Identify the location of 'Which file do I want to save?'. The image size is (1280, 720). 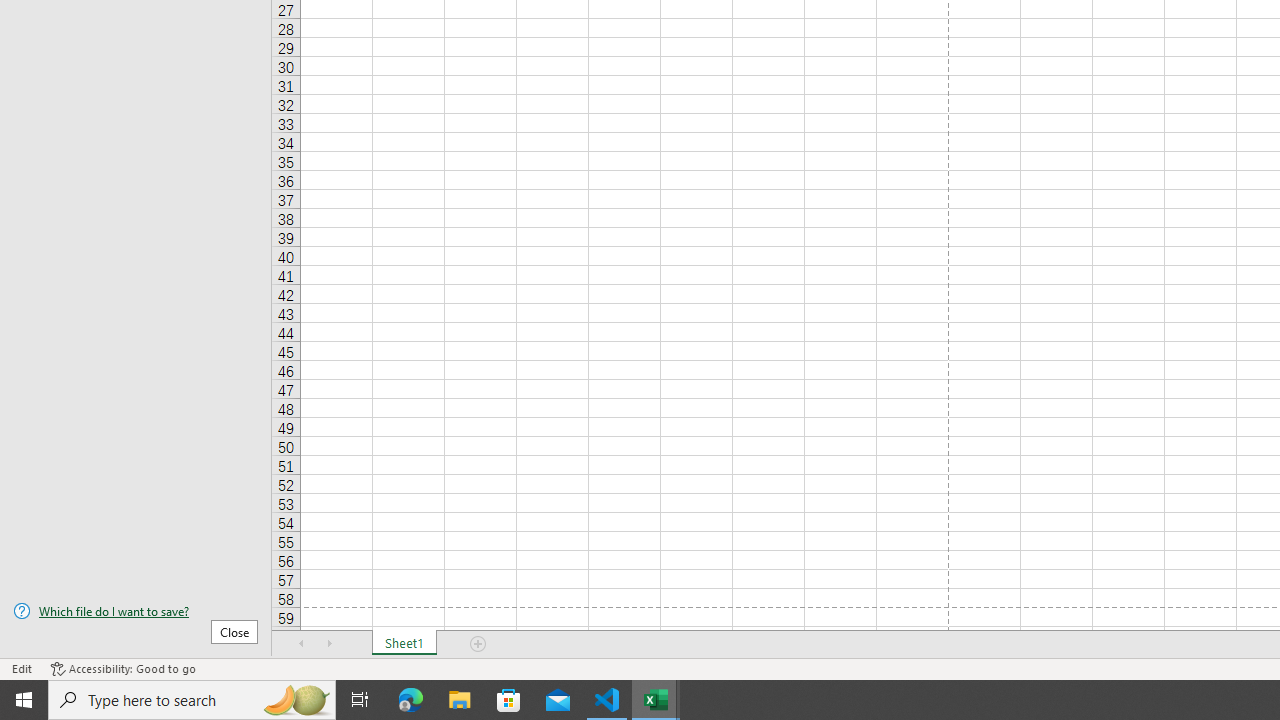
(135, 610).